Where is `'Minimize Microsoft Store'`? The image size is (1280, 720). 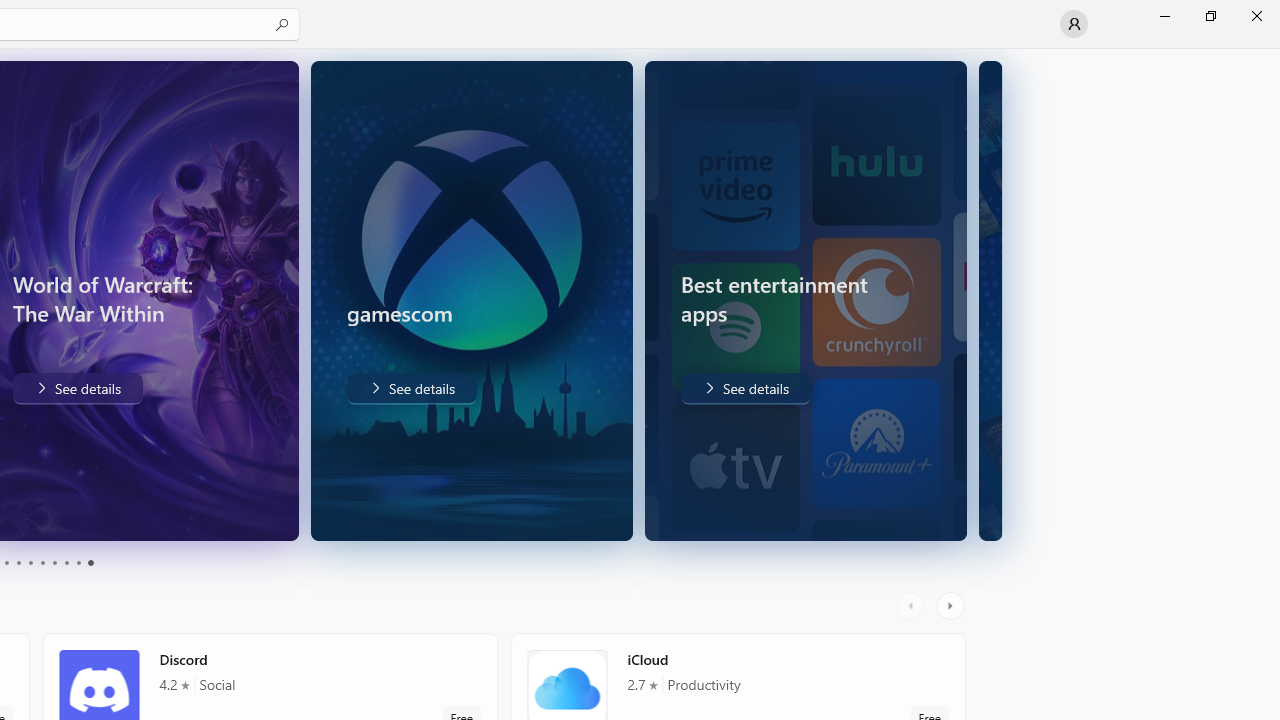 'Minimize Microsoft Store' is located at coordinates (1164, 15).